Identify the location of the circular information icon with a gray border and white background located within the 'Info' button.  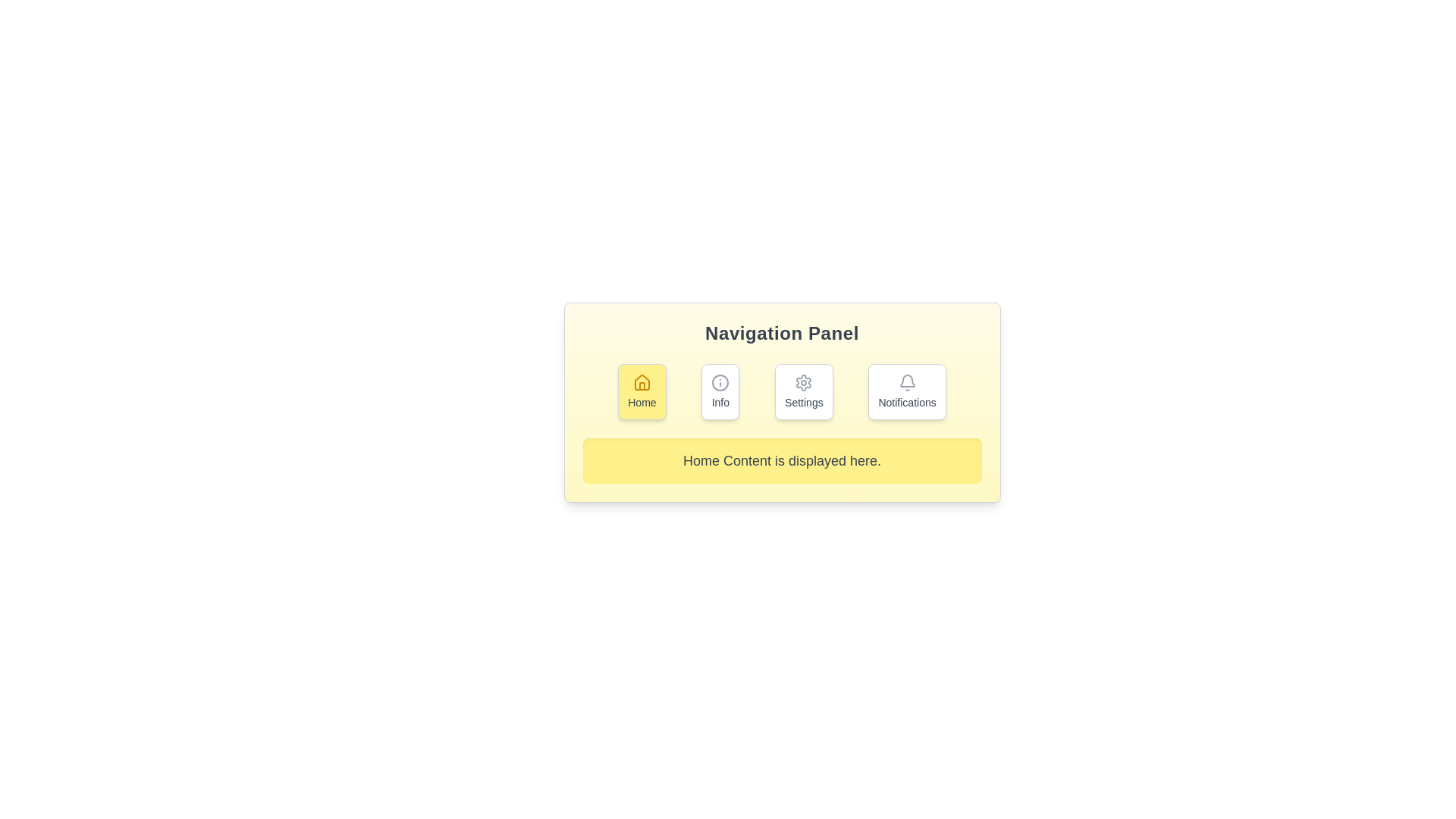
(720, 382).